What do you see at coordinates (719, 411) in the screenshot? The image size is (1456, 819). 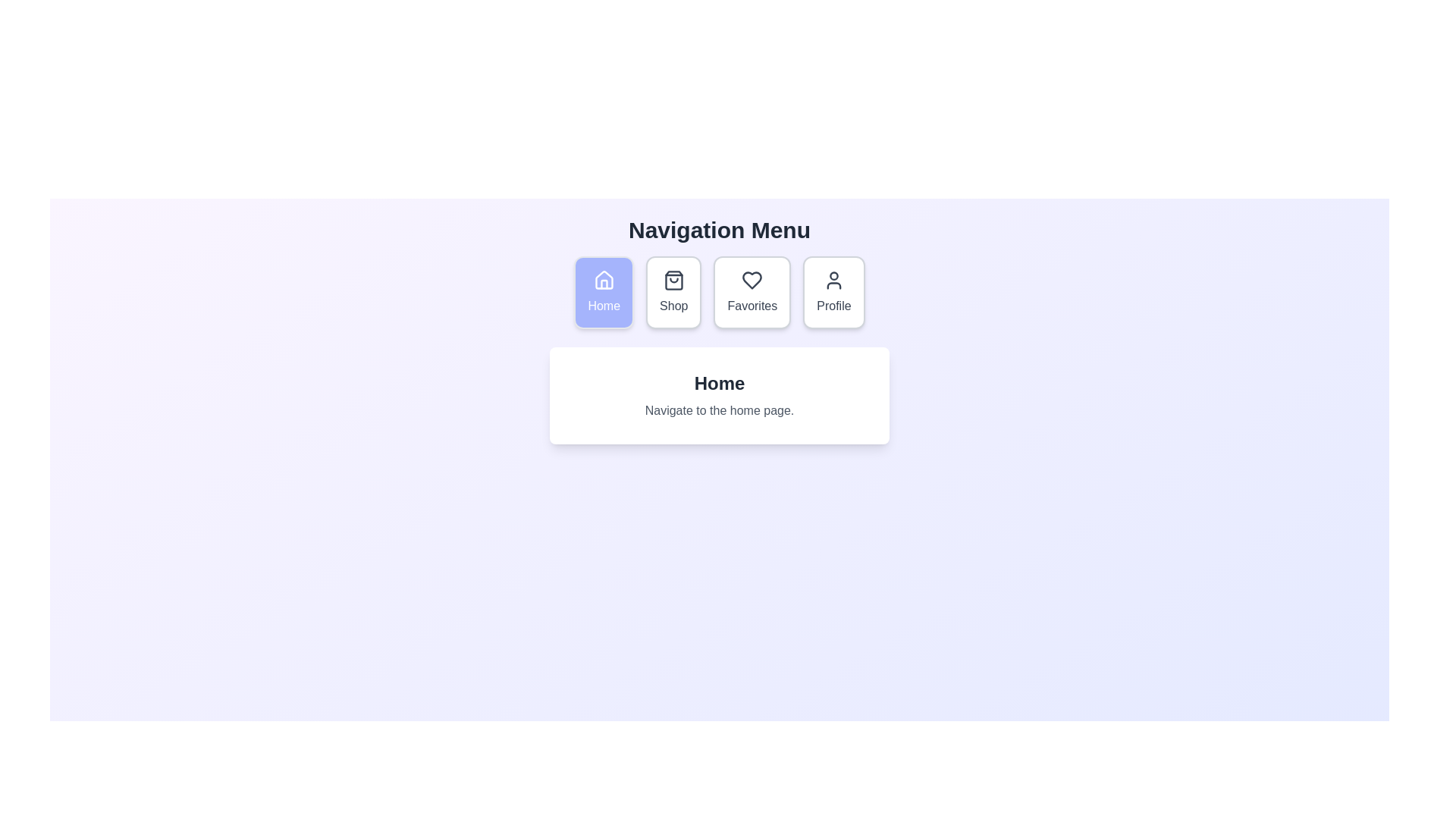 I see `the text element that reads 'Navigate to the home page.' which is displayed in a smaller, lighter gray font and is positioned directly beneath the bold heading 'Home'` at bounding box center [719, 411].